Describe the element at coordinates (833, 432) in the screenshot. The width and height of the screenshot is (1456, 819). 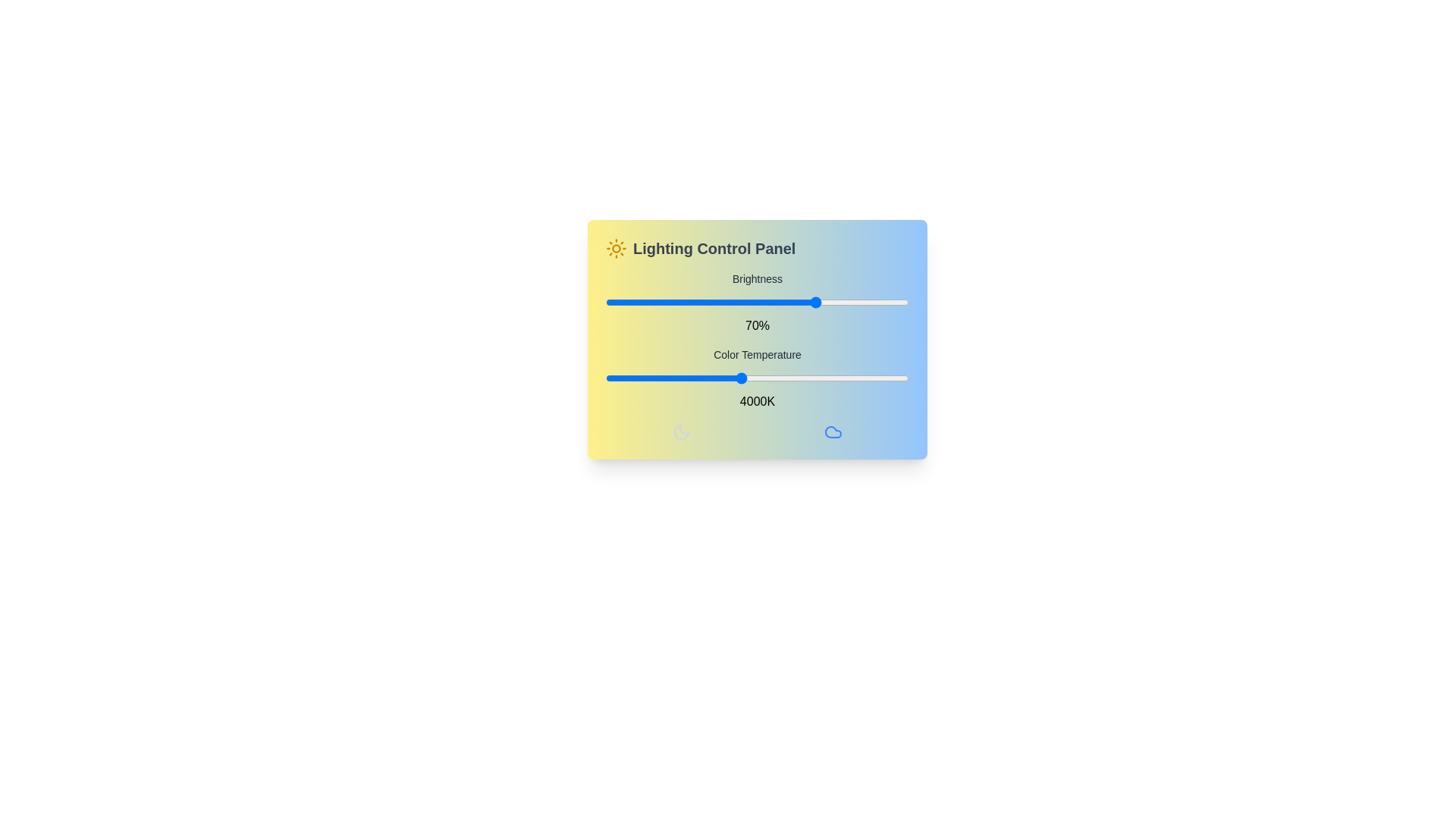
I see `the icon cloud under the sliders` at that location.